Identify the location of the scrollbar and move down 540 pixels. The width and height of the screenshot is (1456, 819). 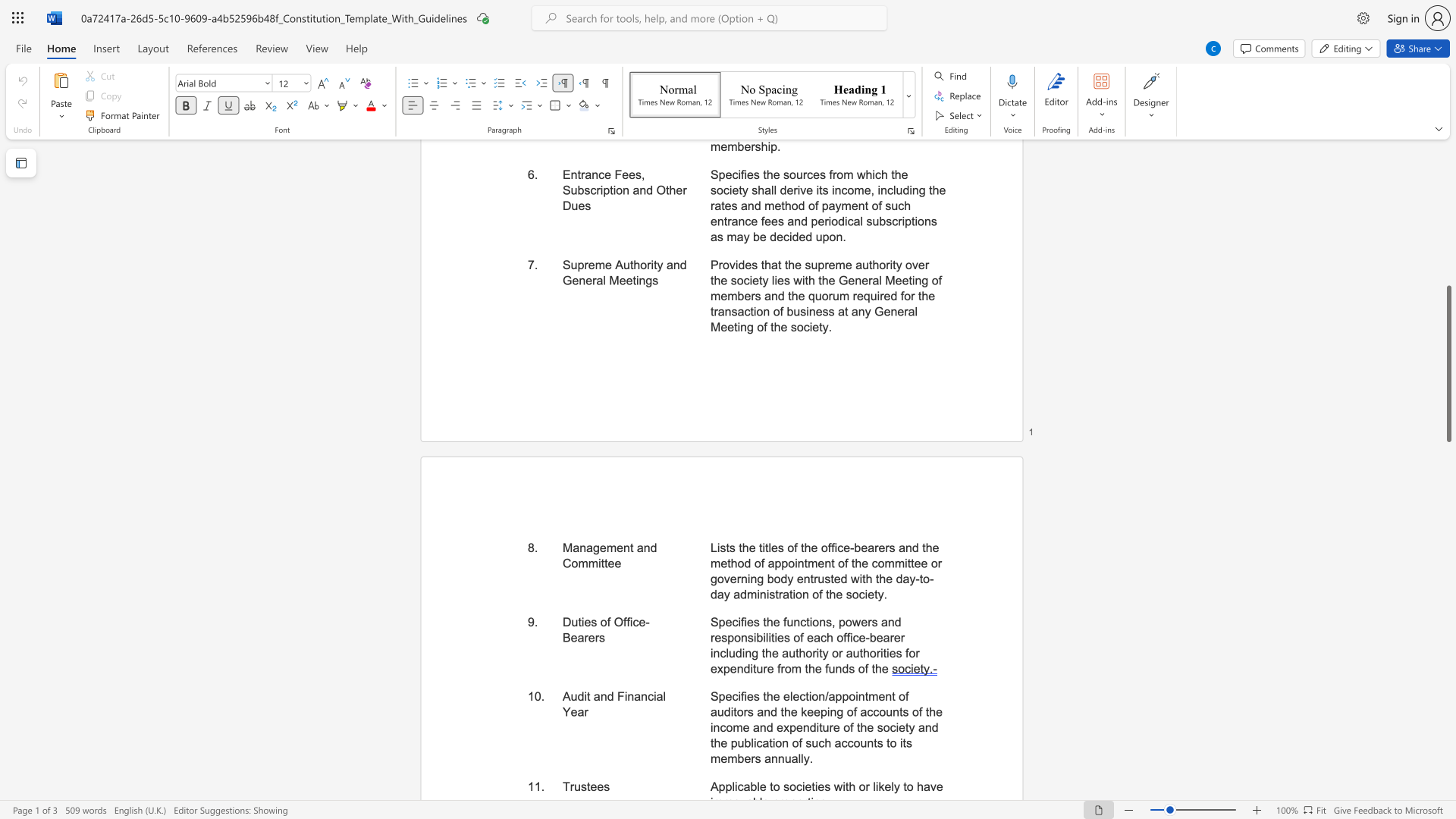
(1448, 363).